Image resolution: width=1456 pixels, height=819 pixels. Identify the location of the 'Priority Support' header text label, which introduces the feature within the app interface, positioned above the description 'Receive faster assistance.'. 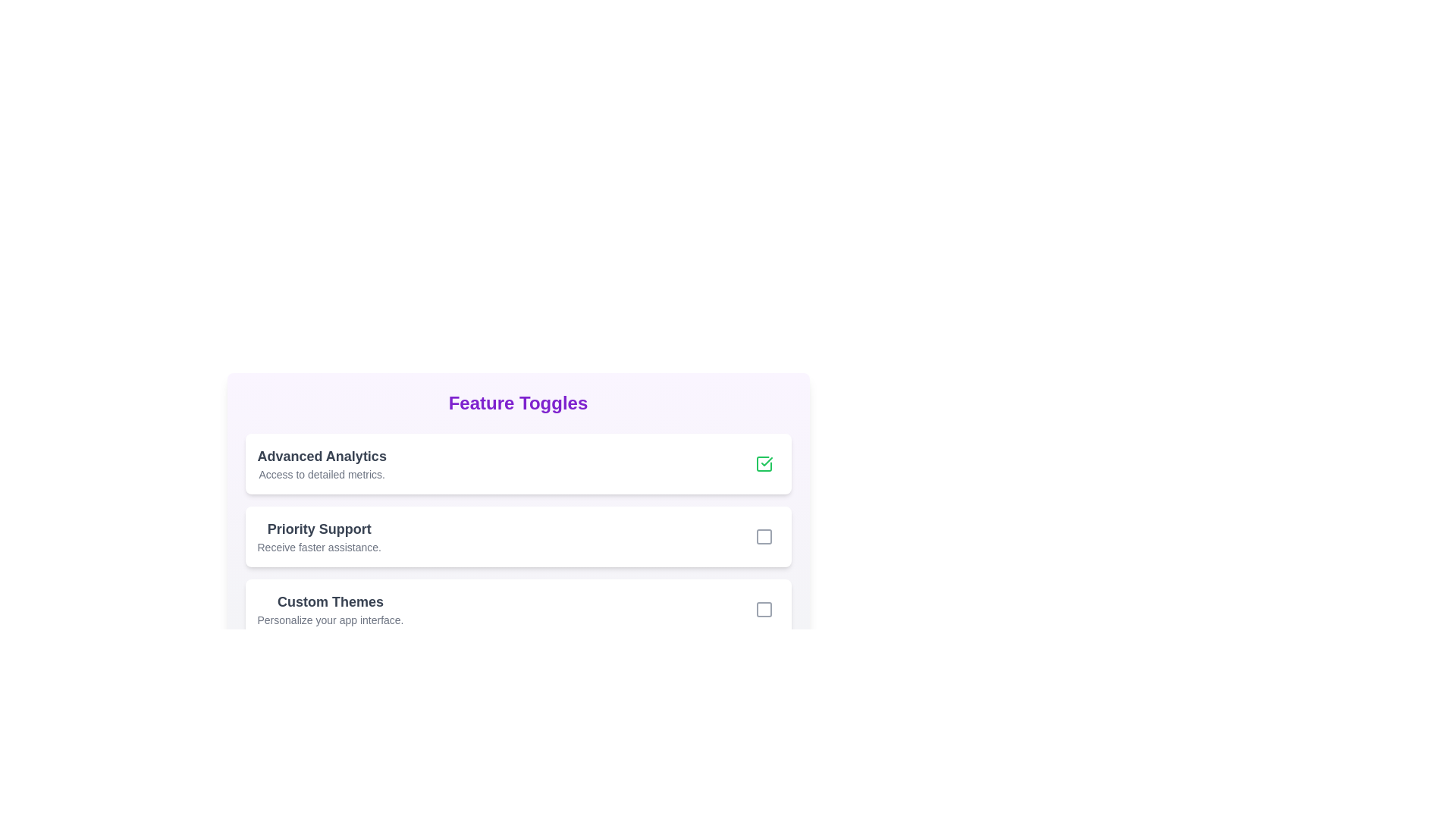
(318, 529).